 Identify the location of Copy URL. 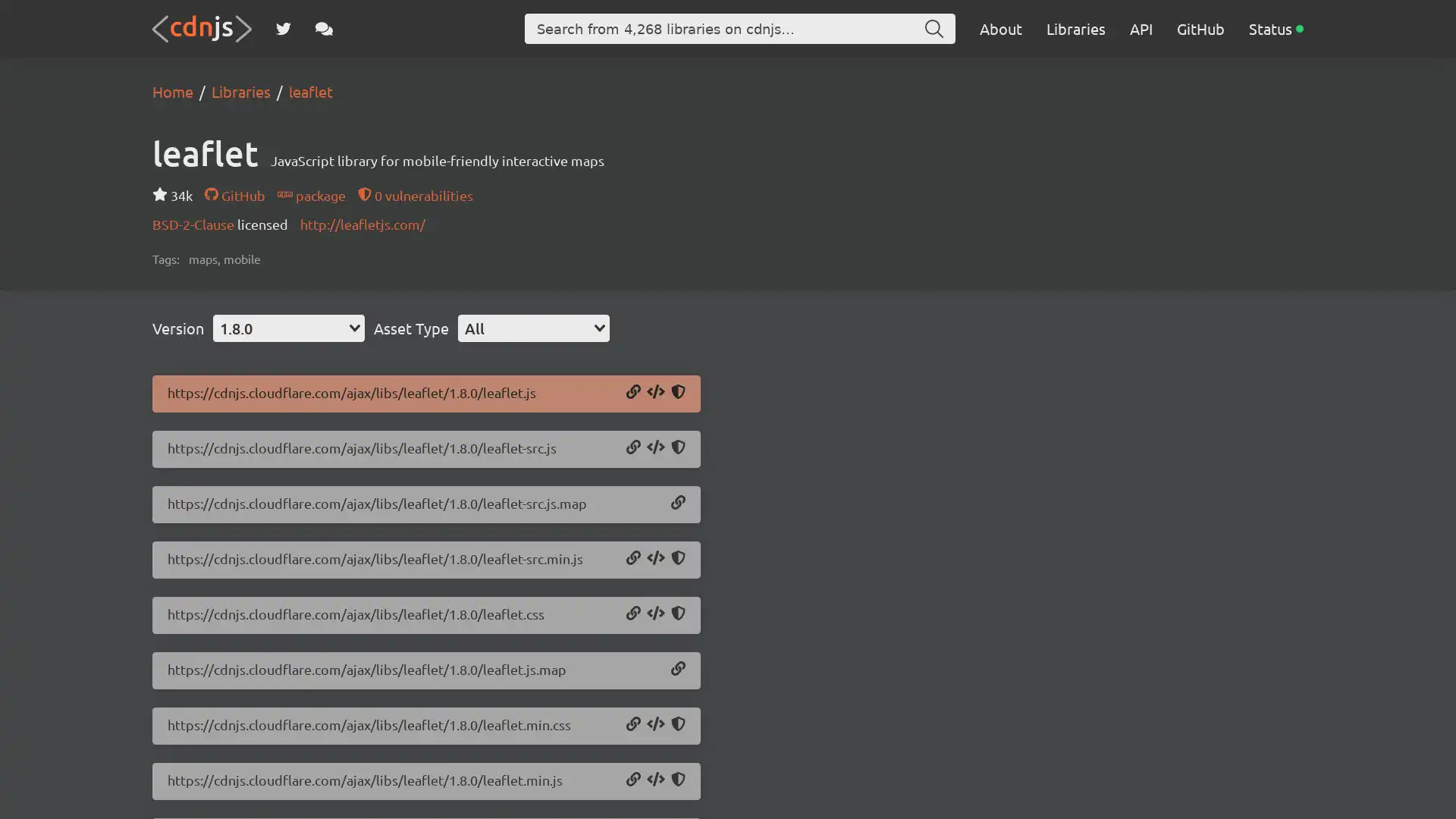
(633, 447).